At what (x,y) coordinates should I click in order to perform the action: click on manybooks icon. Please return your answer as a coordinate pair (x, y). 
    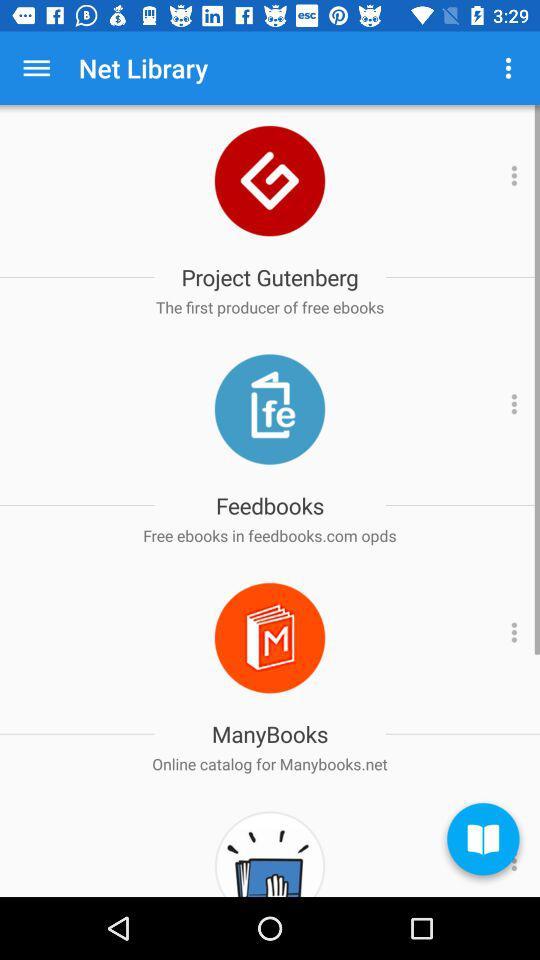
    Looking at the image, I should click on (270, 637).